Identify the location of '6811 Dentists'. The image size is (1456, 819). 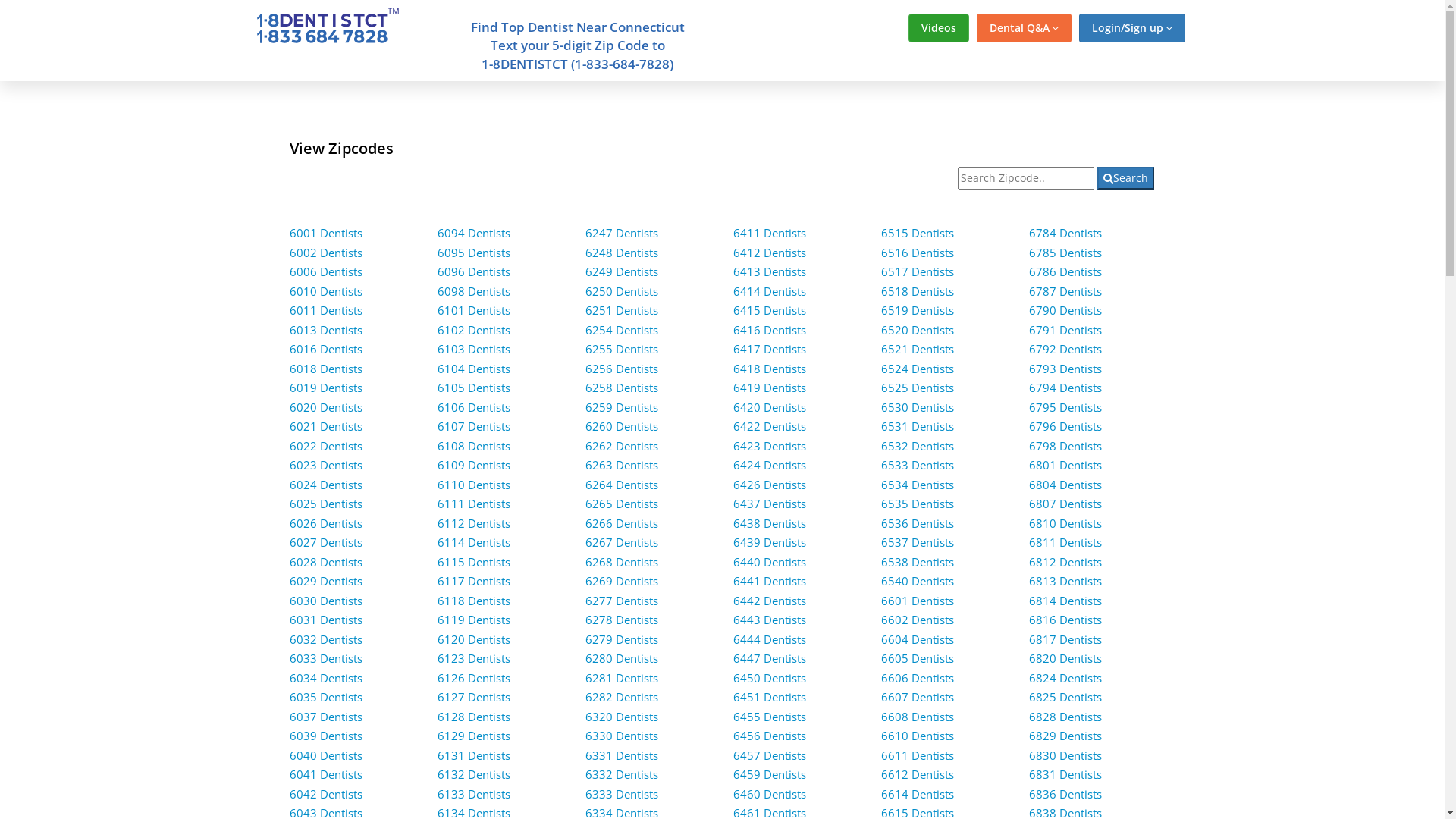
(1065, 541).